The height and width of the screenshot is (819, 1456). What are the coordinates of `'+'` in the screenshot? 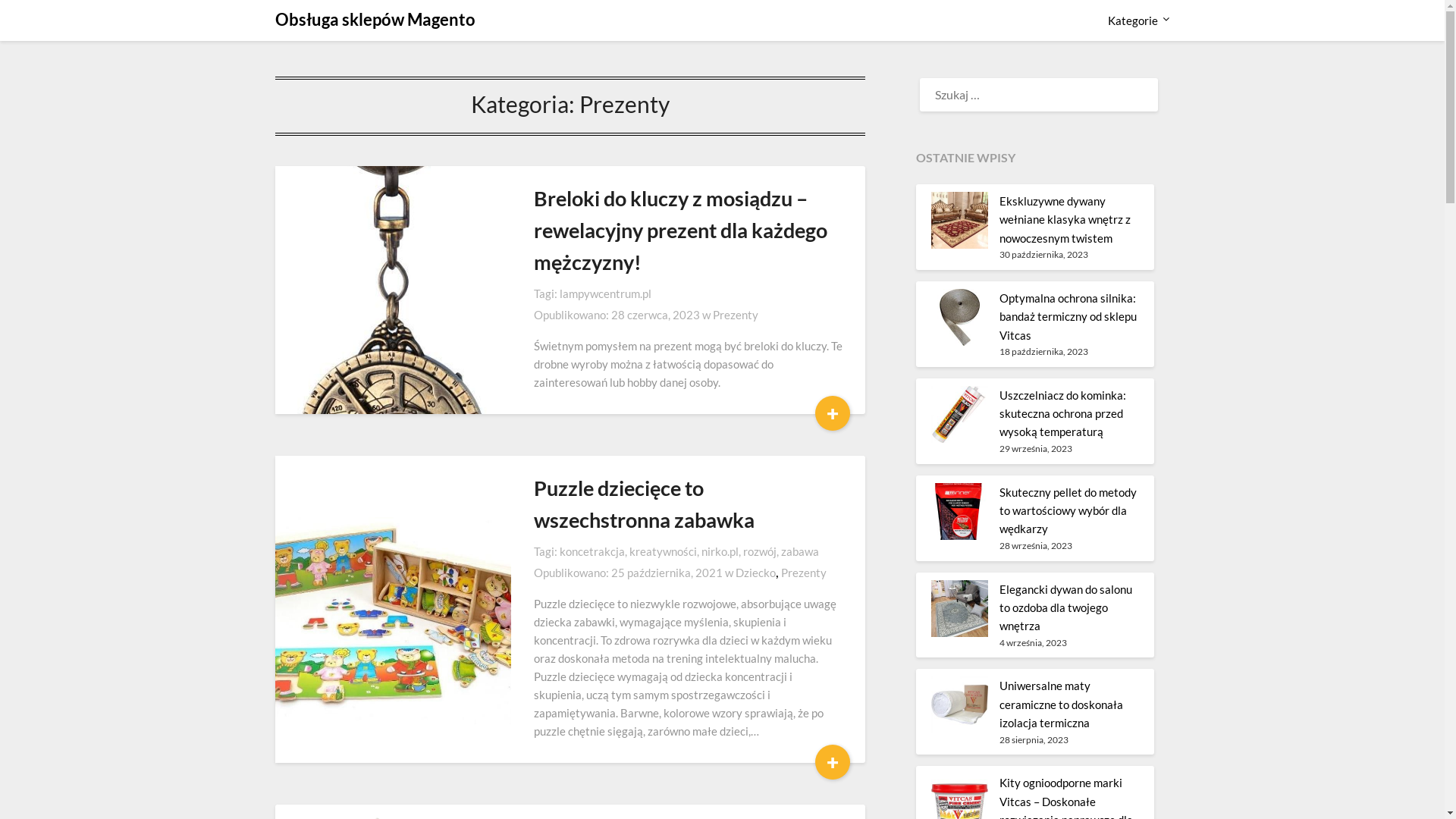 It's located at (832, 413).